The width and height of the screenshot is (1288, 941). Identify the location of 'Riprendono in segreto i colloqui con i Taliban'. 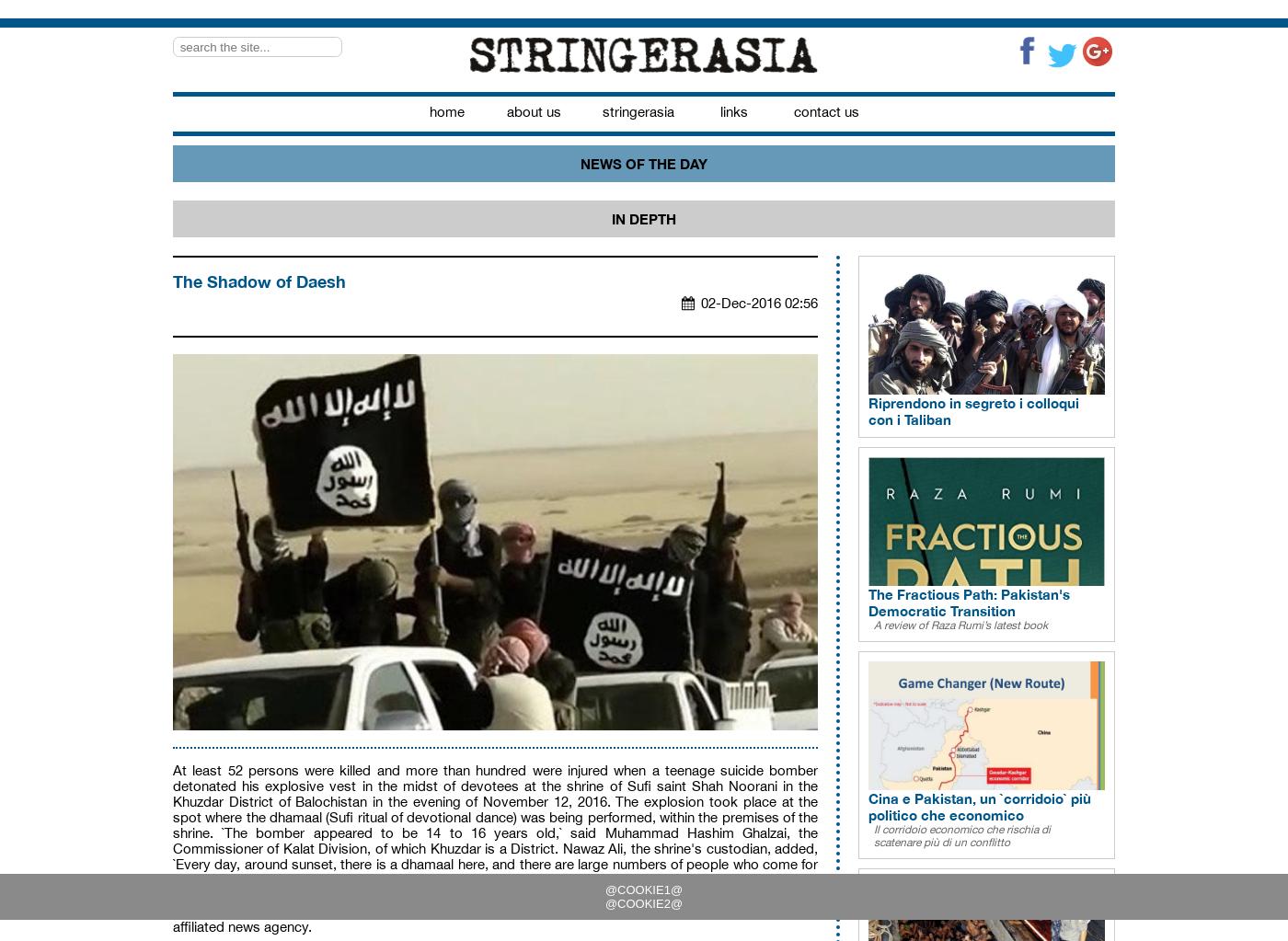
(973, 409).